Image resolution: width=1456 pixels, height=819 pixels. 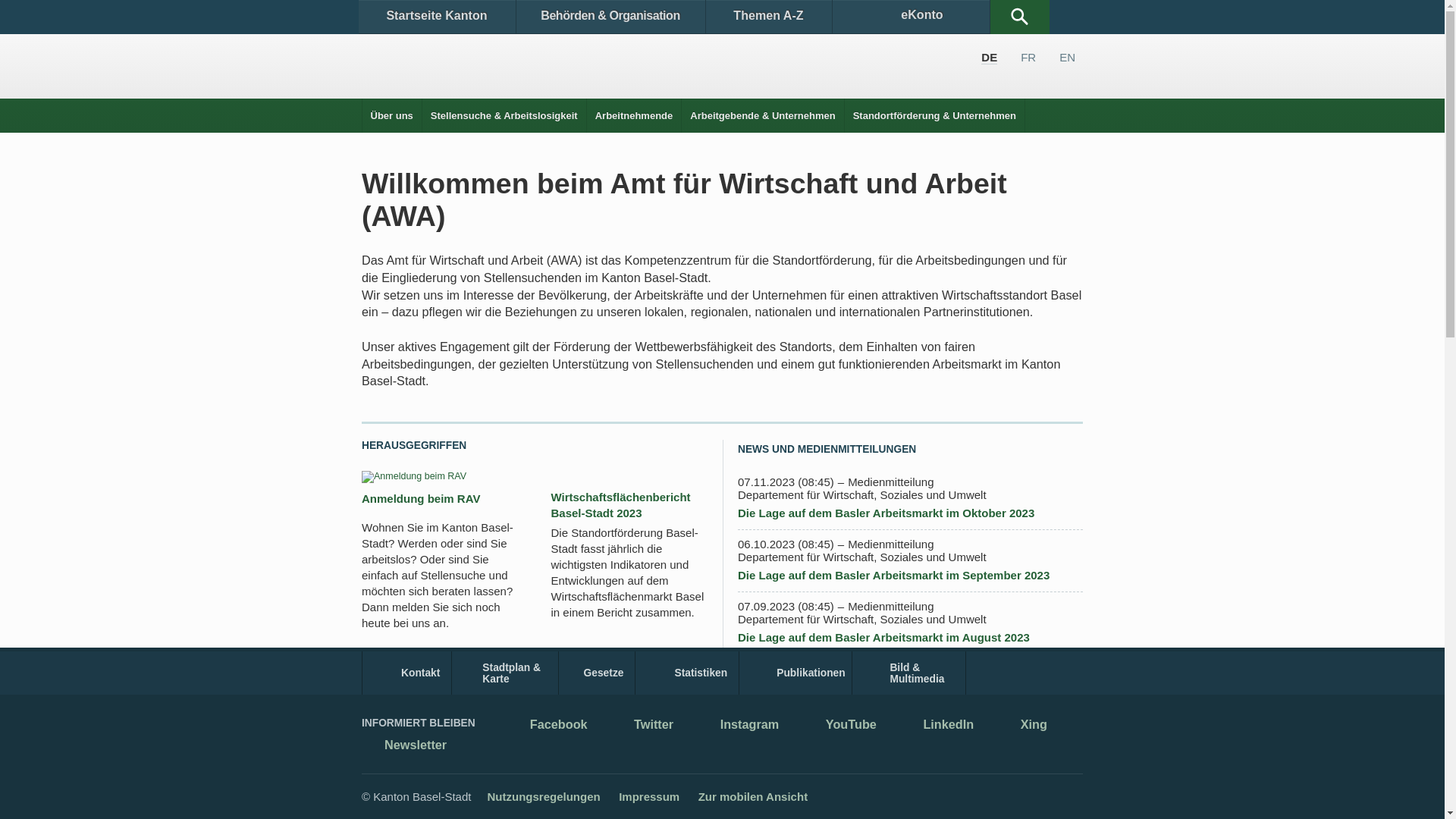 I want to click on 'Arbeitnehmende', so click(x=585, y=115).